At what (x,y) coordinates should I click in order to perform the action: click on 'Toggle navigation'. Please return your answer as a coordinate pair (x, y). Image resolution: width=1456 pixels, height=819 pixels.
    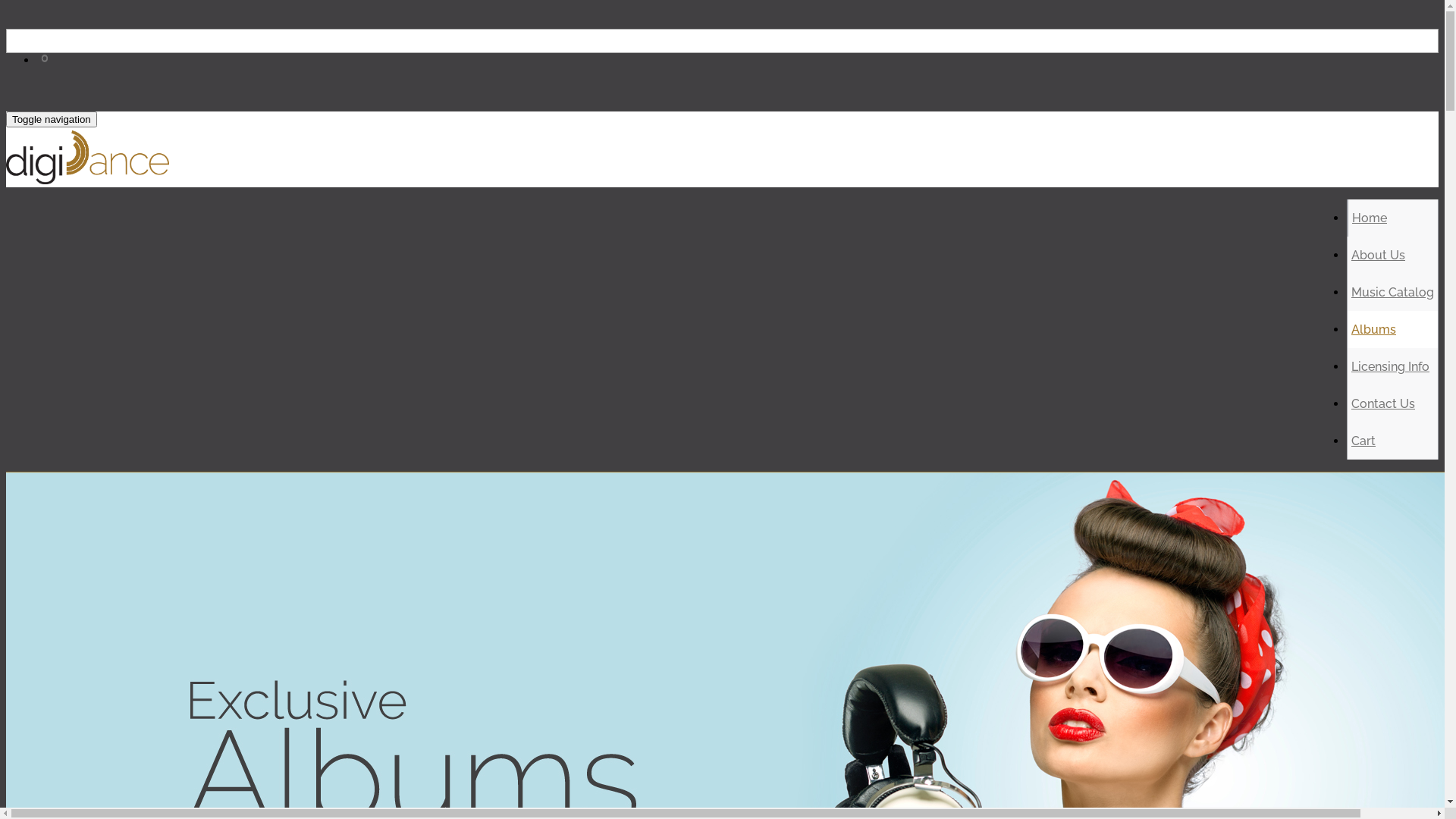
    Looking at the image, I should click on (51, 118).